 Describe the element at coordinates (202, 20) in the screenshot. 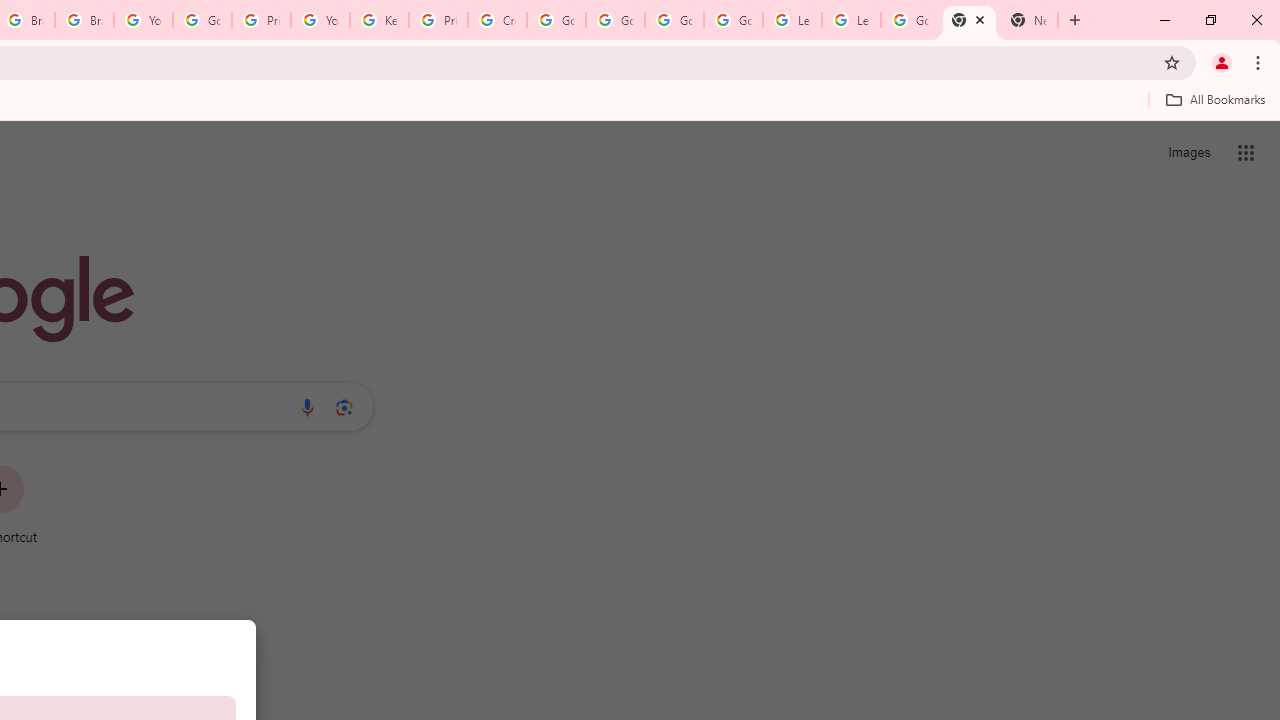

I see `'Google Account Help'` at that location.